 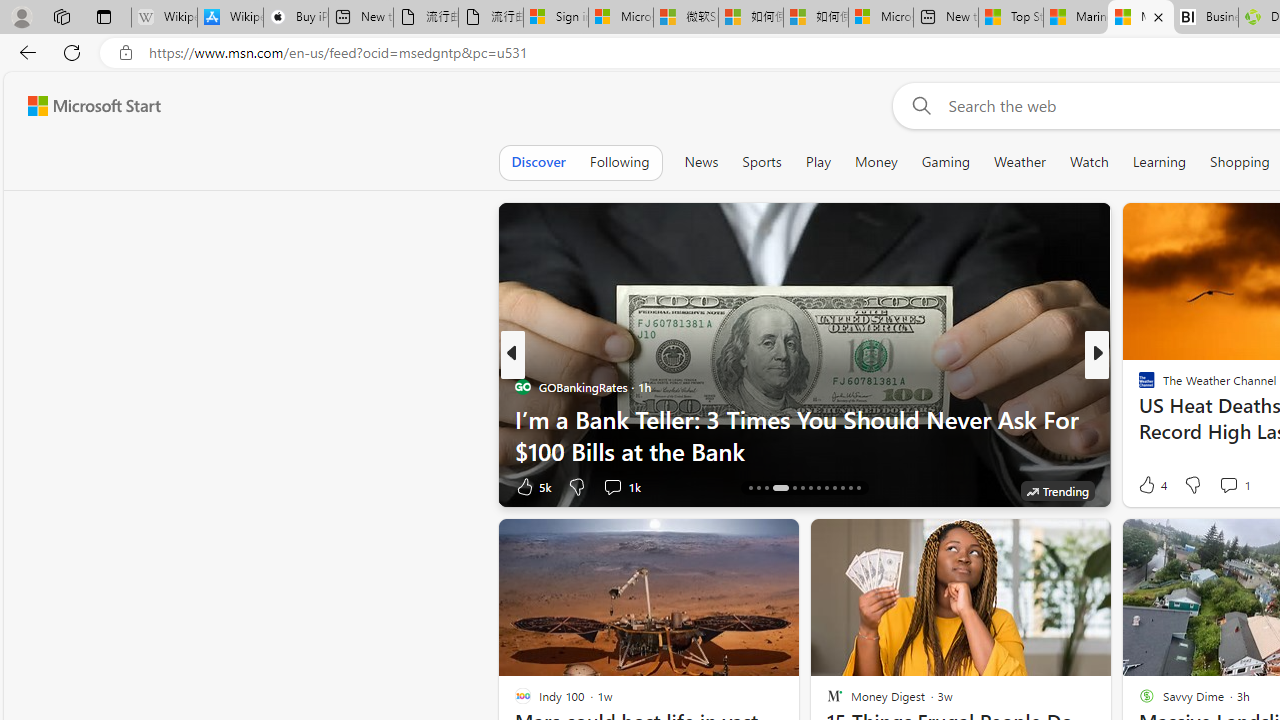 What do you see at coordinates (1234, 486) in the screenshot?
I see `'View comments 3 Comment'` at bounding box center [1234, 486].